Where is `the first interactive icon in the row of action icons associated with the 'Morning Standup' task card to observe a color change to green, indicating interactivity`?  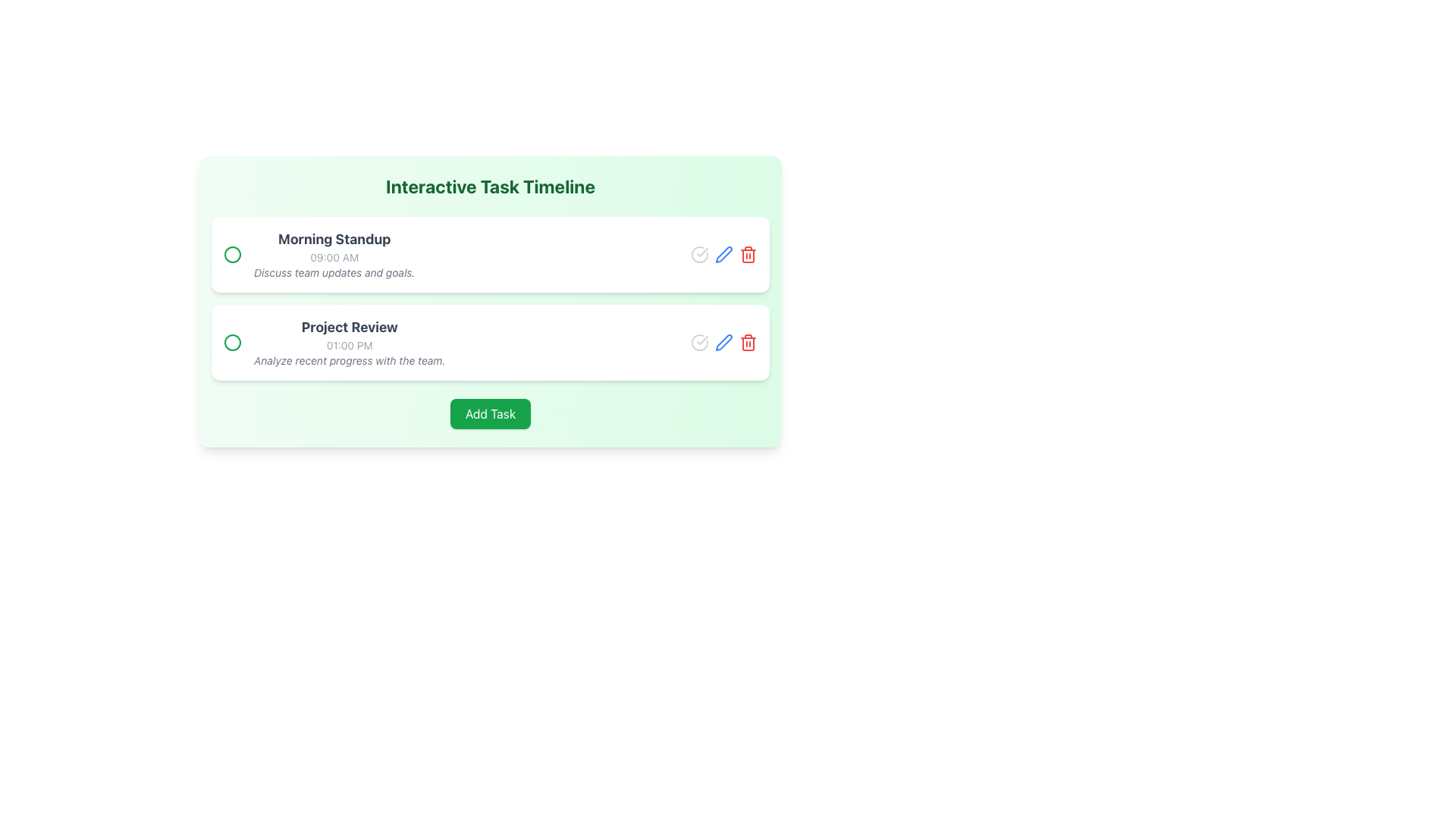
the first interactive icon in the row of action icons associated with the 'Morning Standup' task card to observe a color change to green, indicating interactivity is located at coordinates (698, 253).